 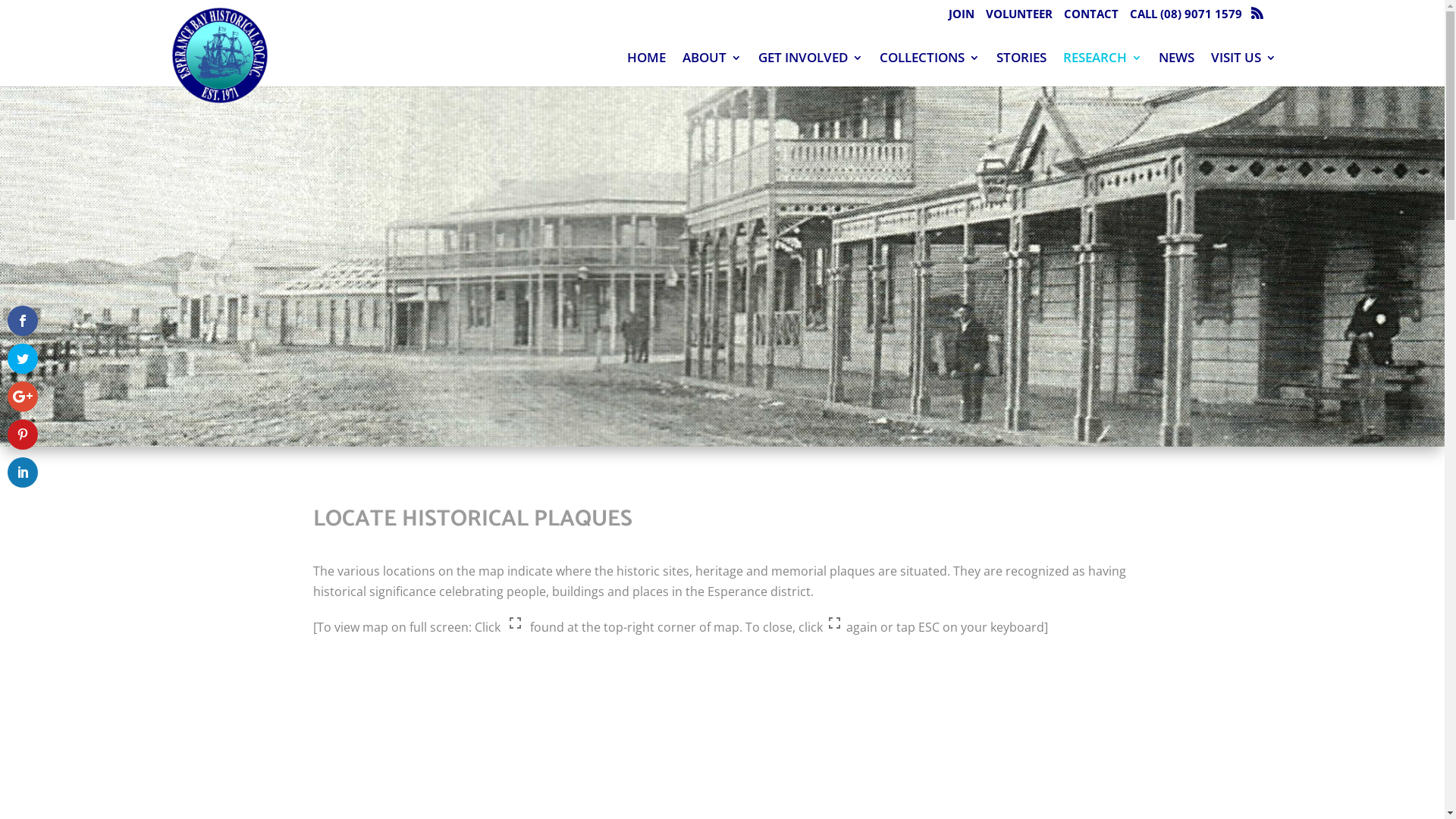 What do you see at coordinates (758, 68) in the screenshot?
I see `'GET INVOLVED'` at bounding box center [758, 68].